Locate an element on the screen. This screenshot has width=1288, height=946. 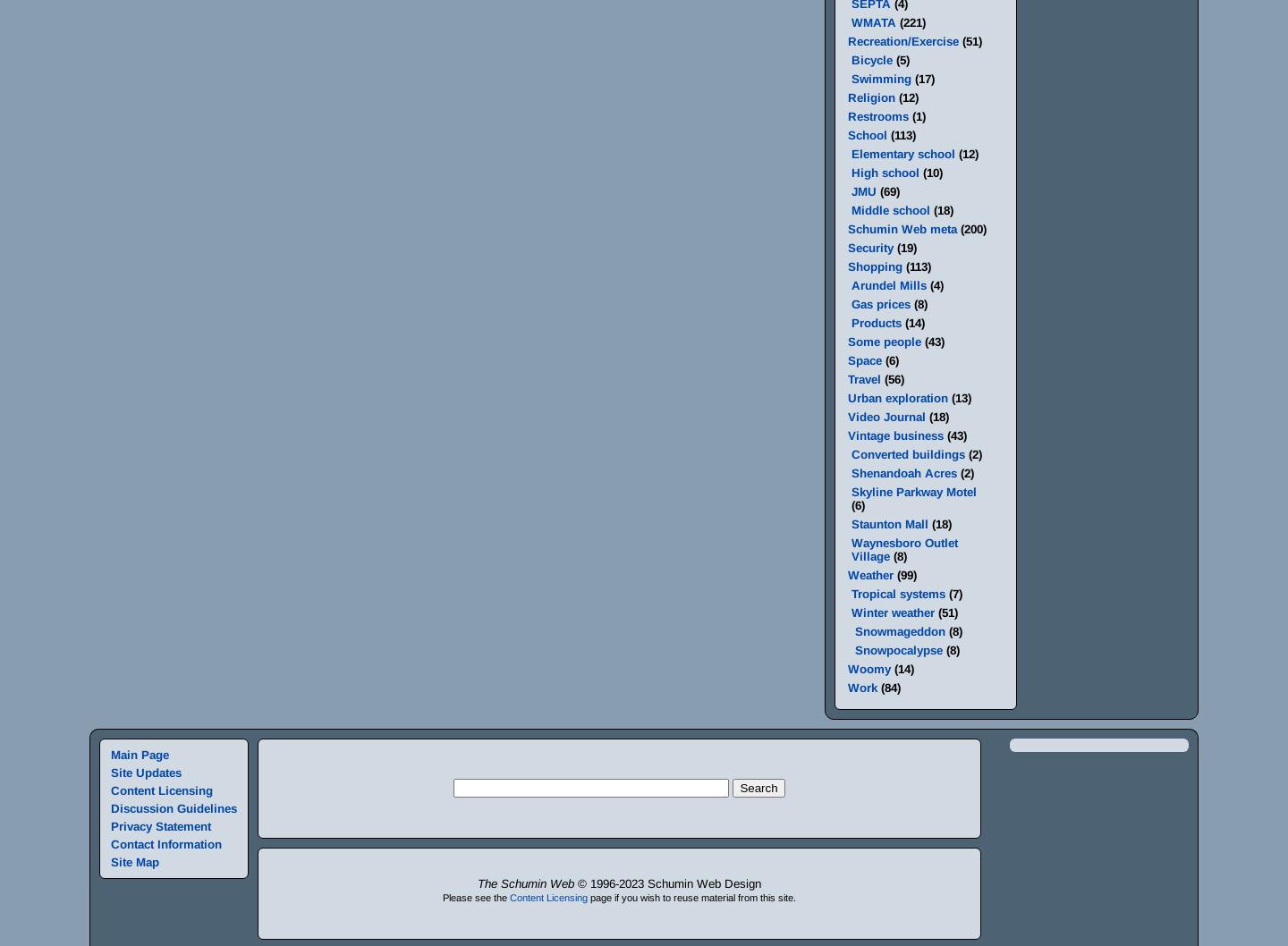
'Security' is located at coordinates (847, 247).